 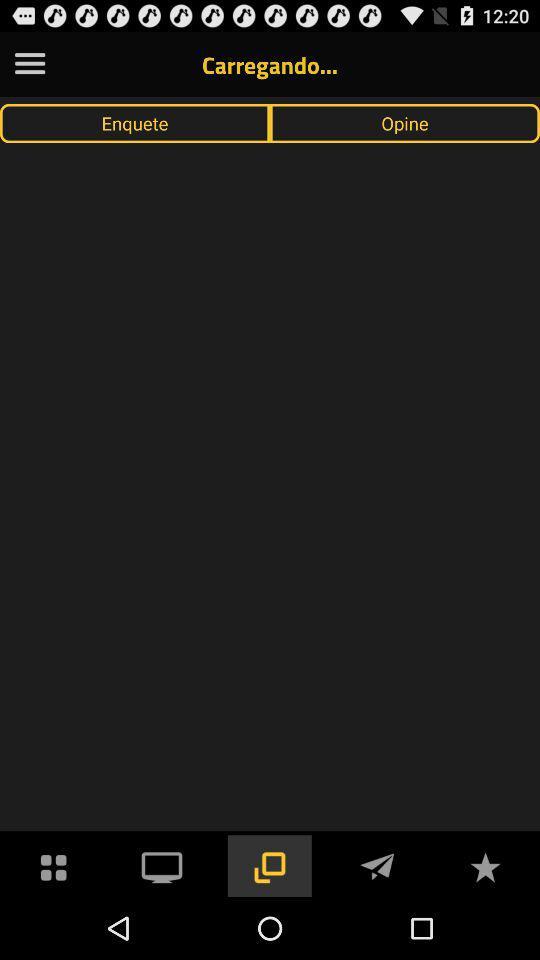 I want to click on the item next to carregando... item, so click(x=29, y=64).